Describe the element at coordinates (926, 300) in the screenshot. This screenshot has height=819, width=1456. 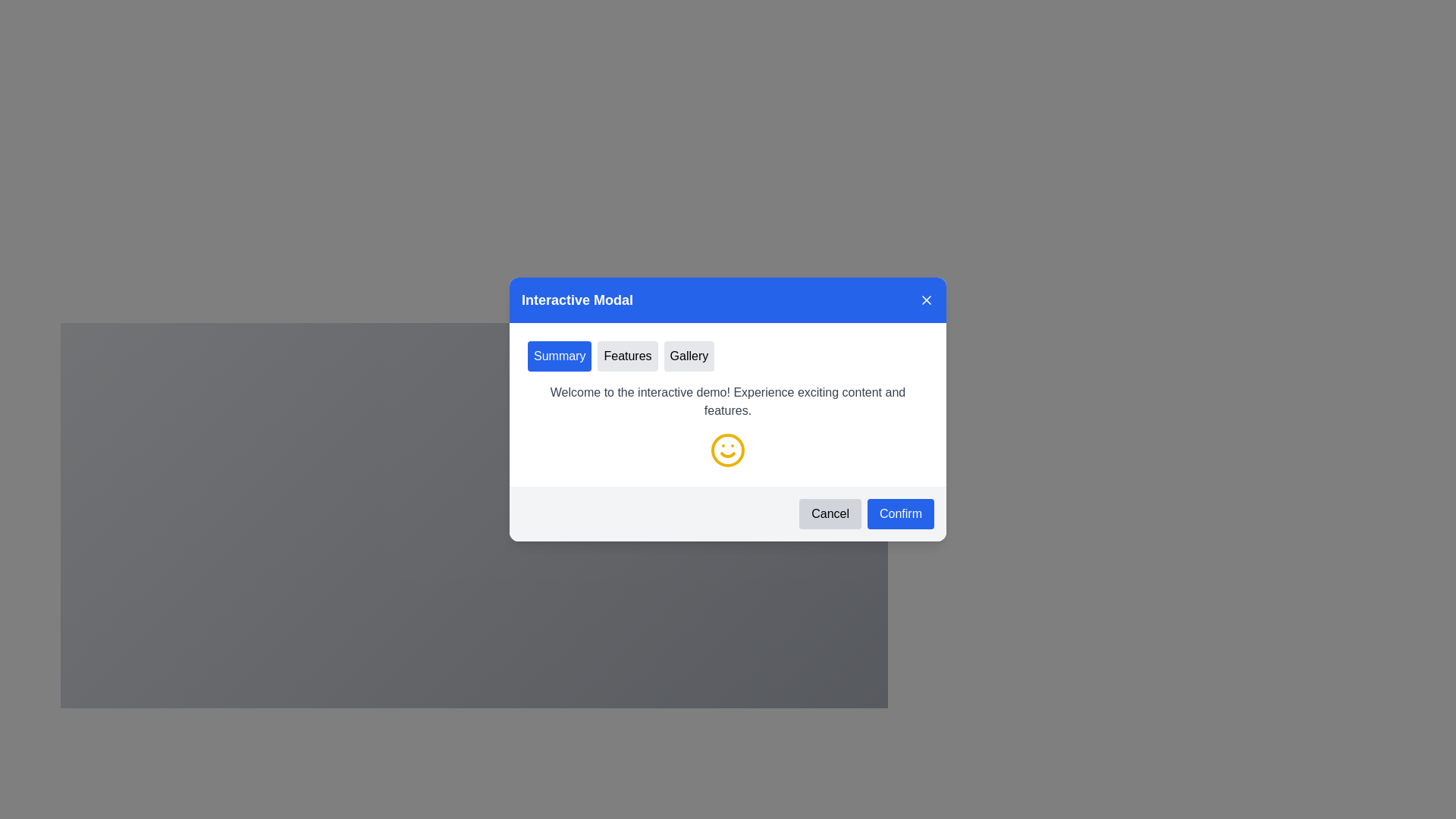
I see `the Close button represented by an 'X' icon in white on a blue background located at the top-right corner of the modal dialog` at that location.